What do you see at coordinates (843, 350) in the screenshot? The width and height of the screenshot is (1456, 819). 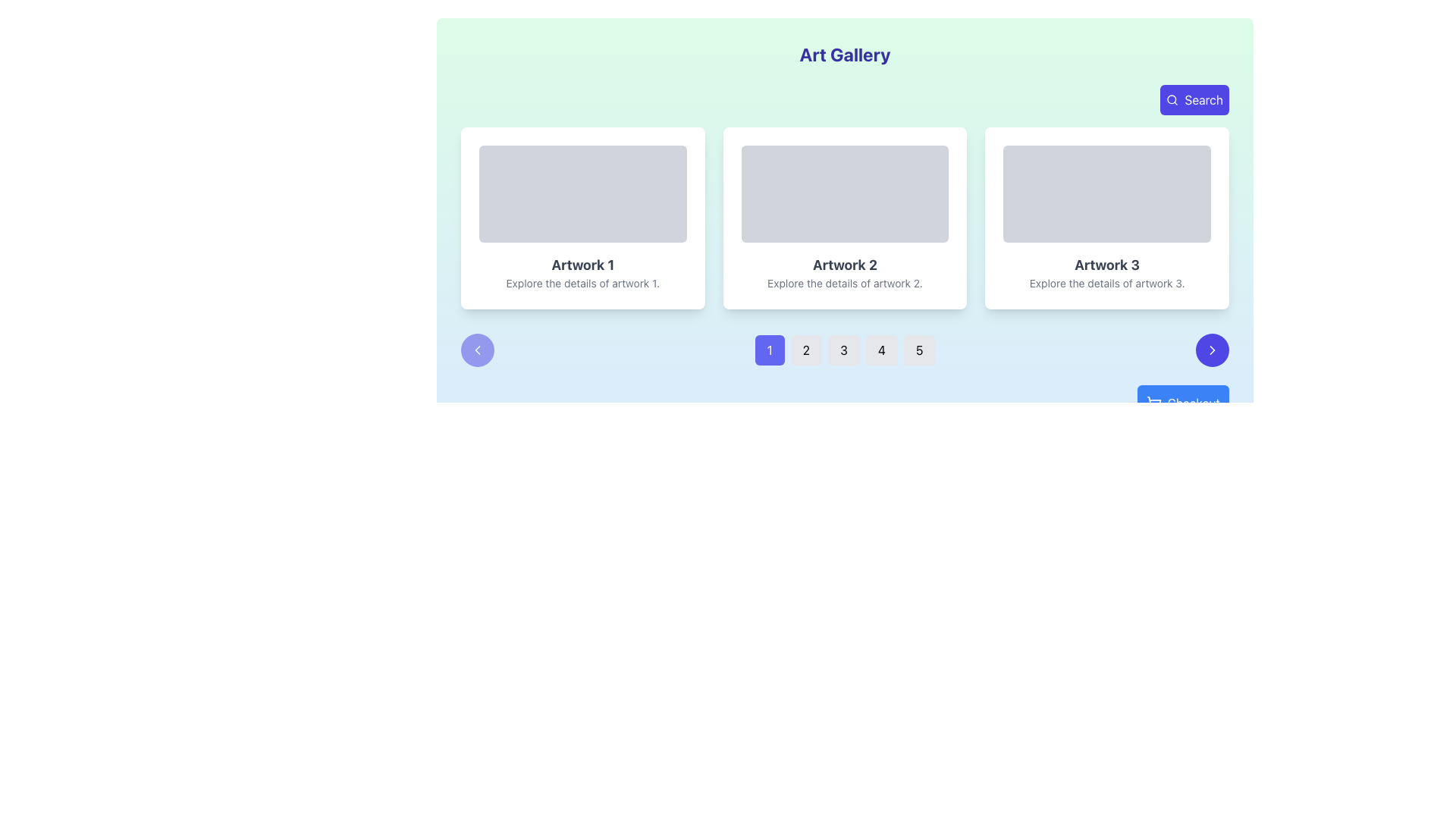 I see `the third button displaying the number '3' for keyboard navigation interaction` at bounding box center [843, 350].